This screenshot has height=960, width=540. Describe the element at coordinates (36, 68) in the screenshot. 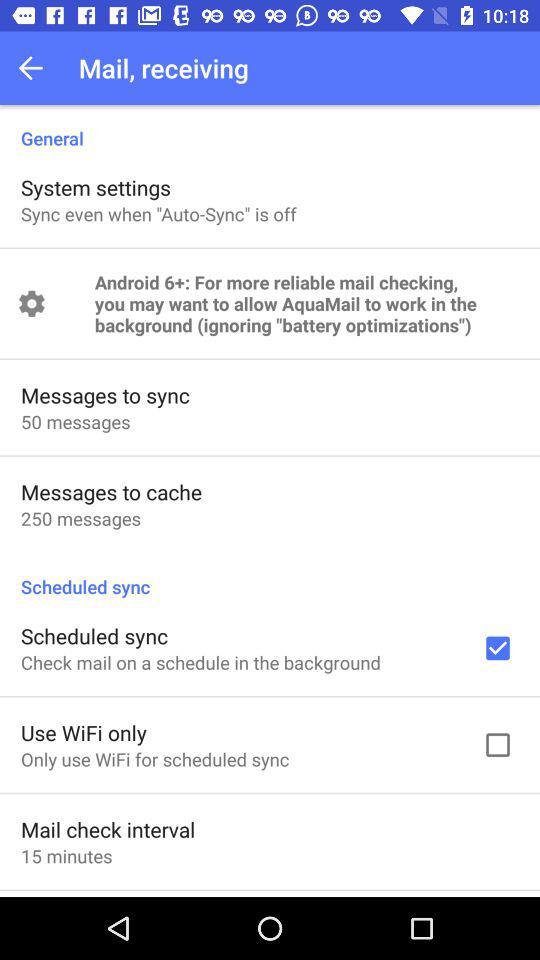

I see `app next to the mail, receiving app` at that location.